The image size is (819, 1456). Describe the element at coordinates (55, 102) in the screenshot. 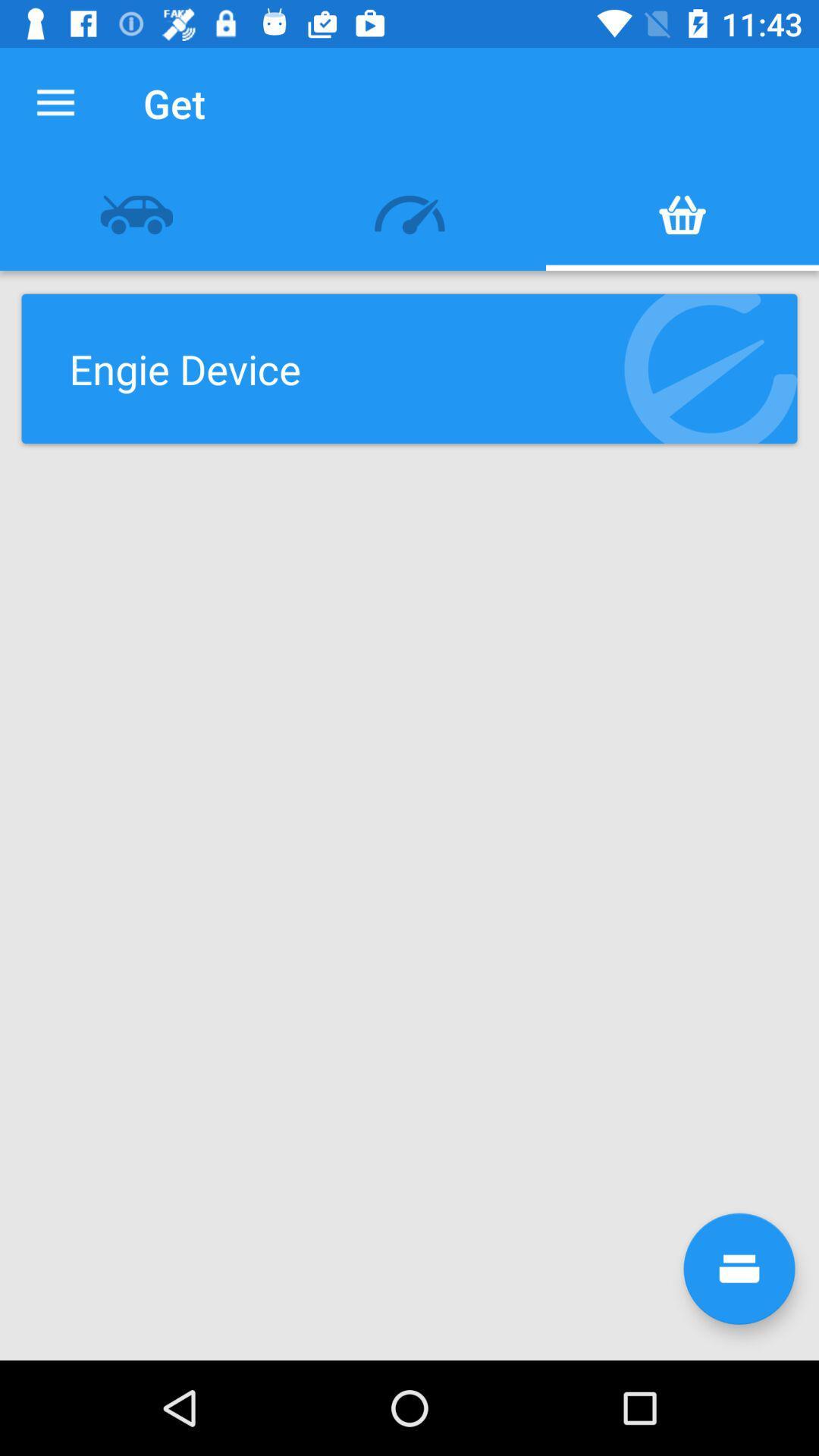

I see `the icon next to the get icon` at that location.